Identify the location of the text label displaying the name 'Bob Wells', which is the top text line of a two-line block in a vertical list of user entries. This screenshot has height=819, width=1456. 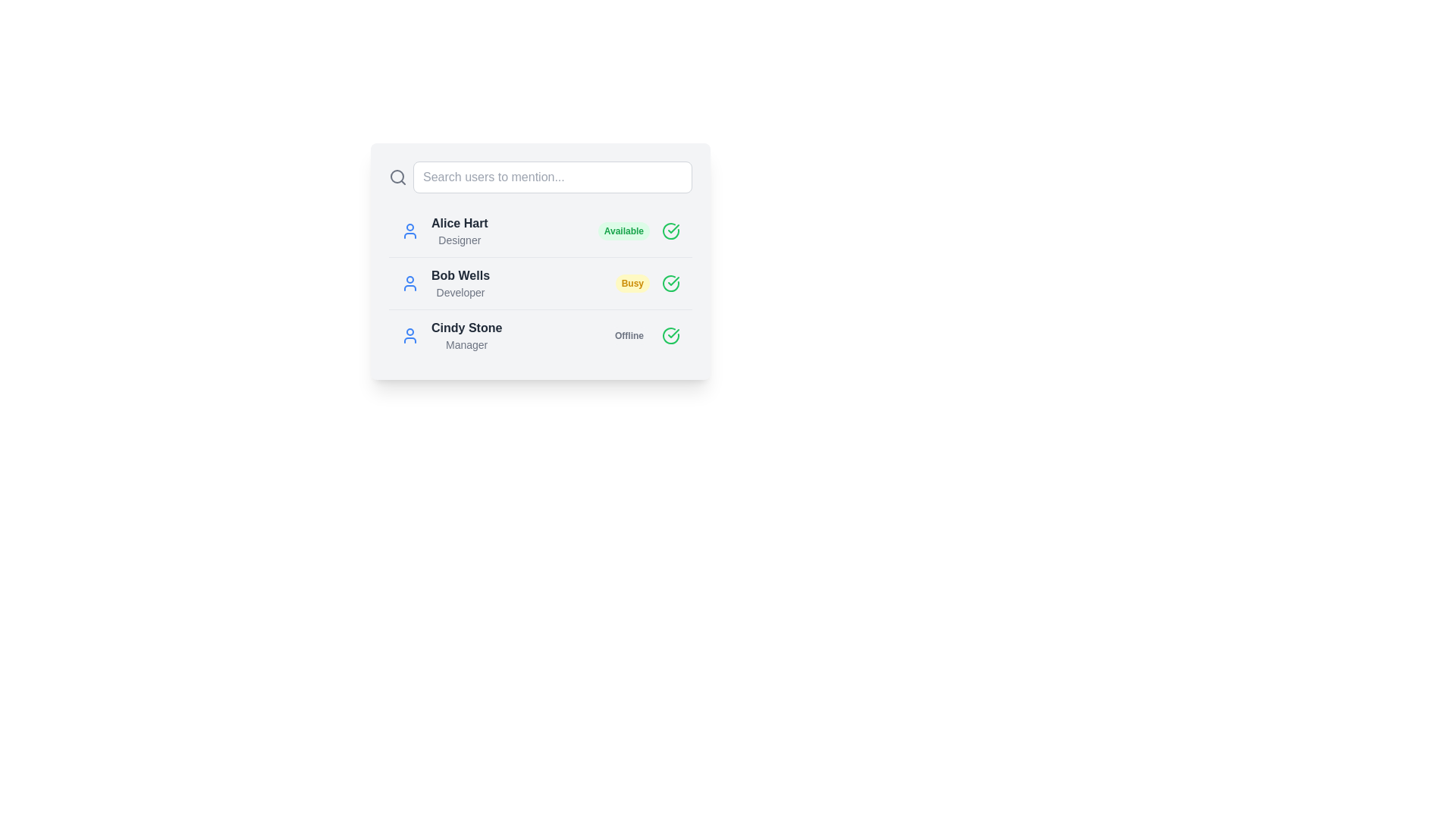
(460, 275).